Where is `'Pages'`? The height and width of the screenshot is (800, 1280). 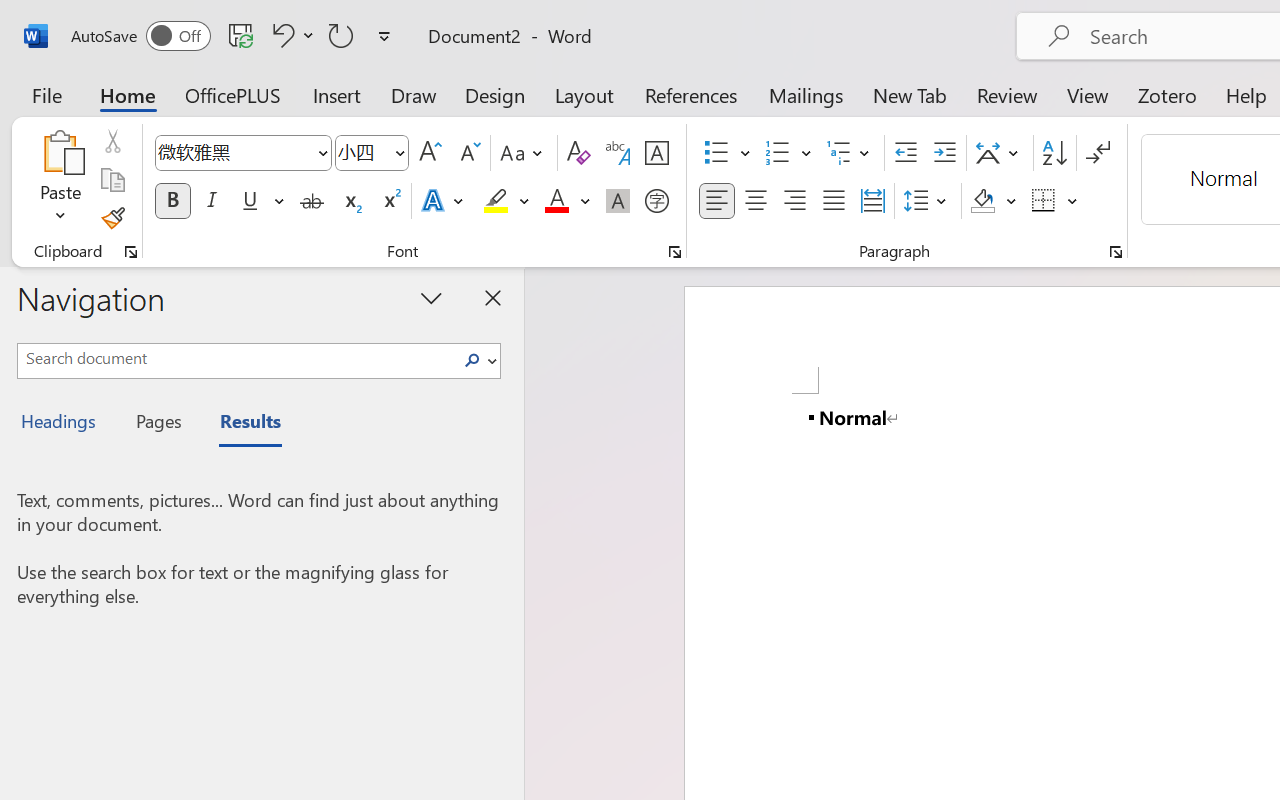
'Pages' is located at coordinates (155, 424).